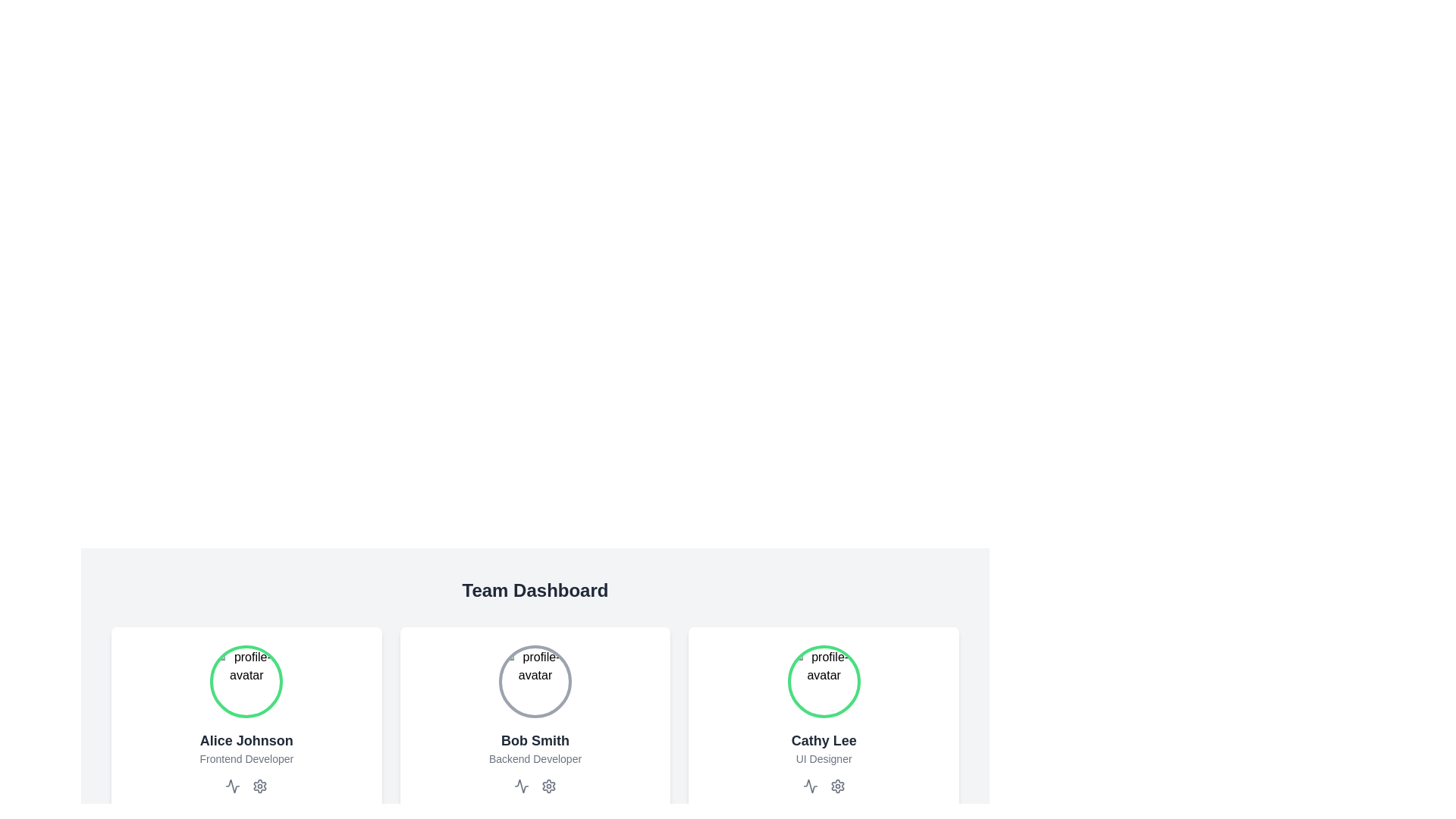 The width and height of the screenshot is (1456, 819). I want to click on text label displaying the job title 'UI Designer', which is styled in gray and positioned directly below the name 'Cathy Lee' within the team member card, so click(823, 759).